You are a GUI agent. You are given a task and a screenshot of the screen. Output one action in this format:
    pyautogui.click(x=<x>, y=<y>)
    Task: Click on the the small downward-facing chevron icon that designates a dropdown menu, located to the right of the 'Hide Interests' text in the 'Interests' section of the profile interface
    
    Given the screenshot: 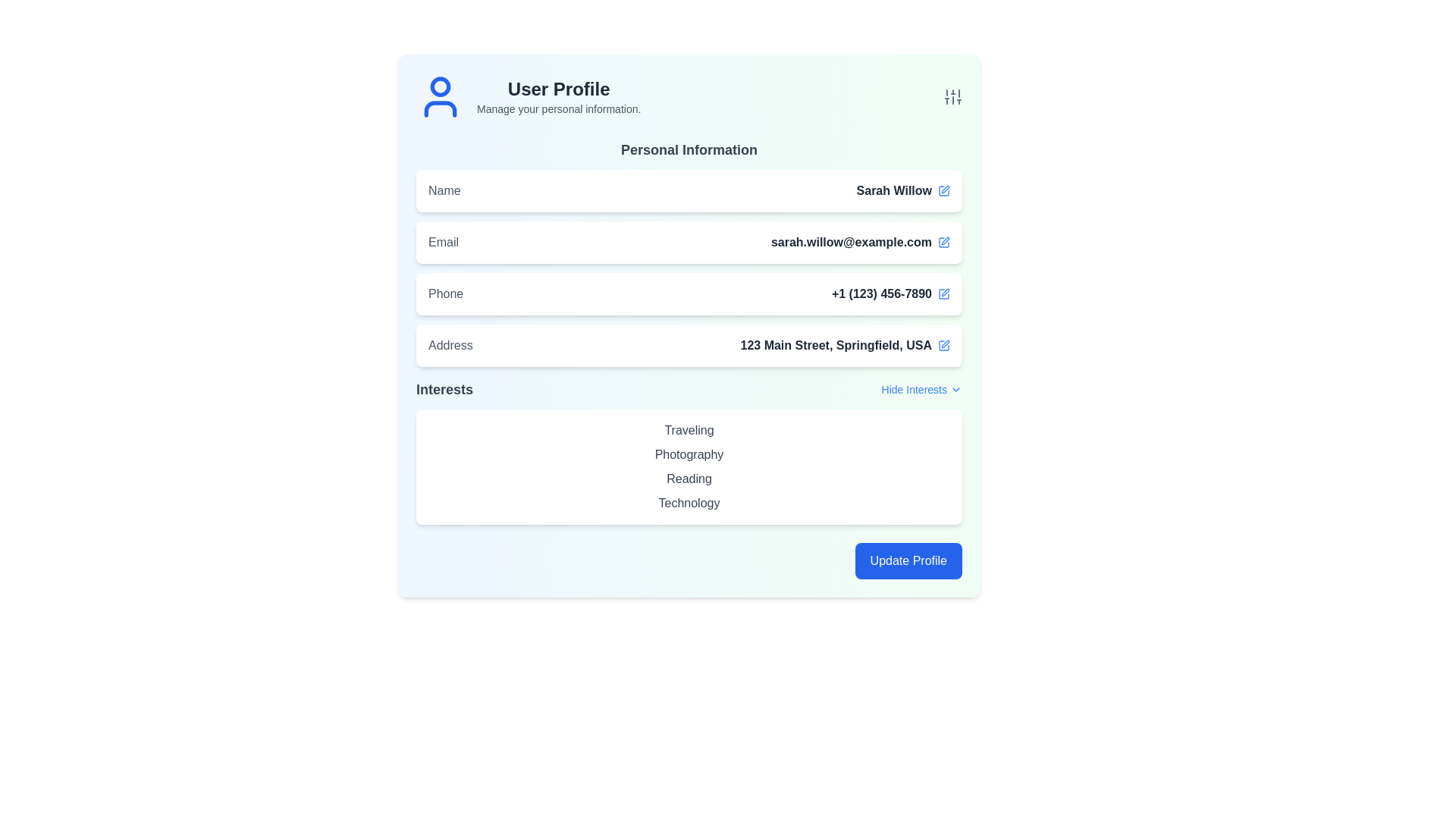 What is the action you would take?
    pyautogui.click(x=955, y=388)
    